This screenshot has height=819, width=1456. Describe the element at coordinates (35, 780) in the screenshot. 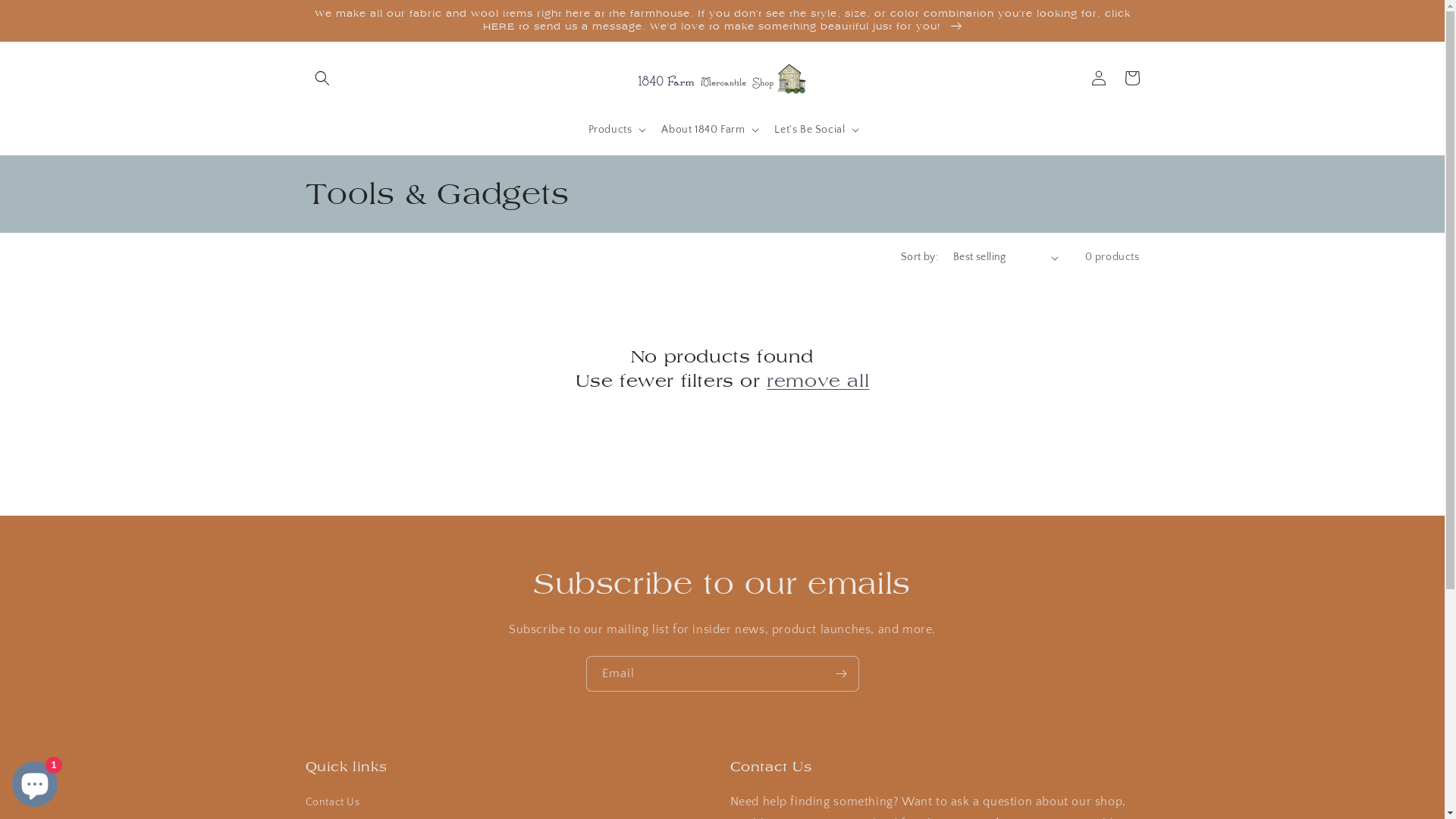

I see `'Shopify online store chat'` at that location.